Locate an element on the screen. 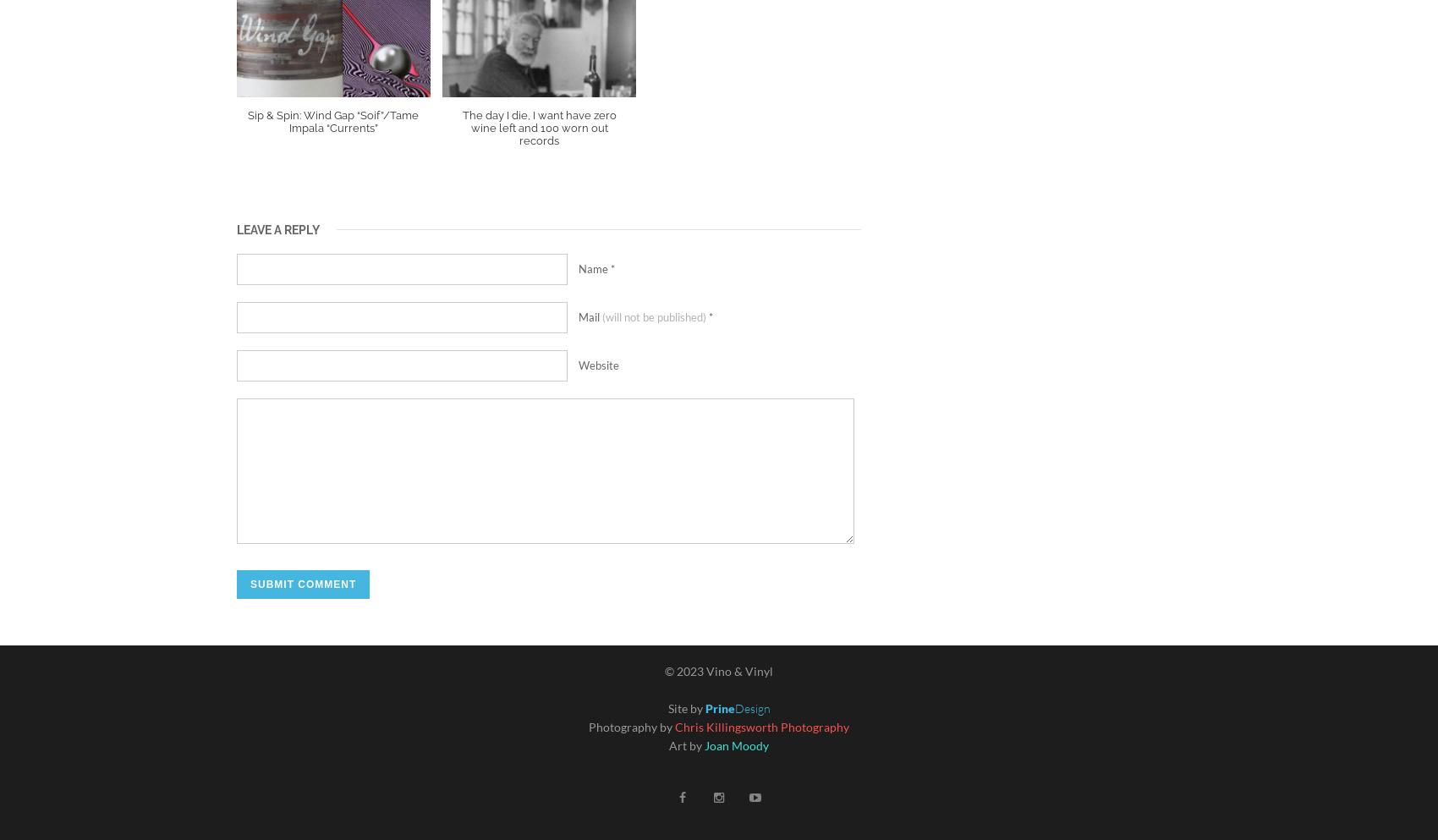 The width and height of the screenshot is (1438, 840). 'Art by' is located at coordinates (685, 744).